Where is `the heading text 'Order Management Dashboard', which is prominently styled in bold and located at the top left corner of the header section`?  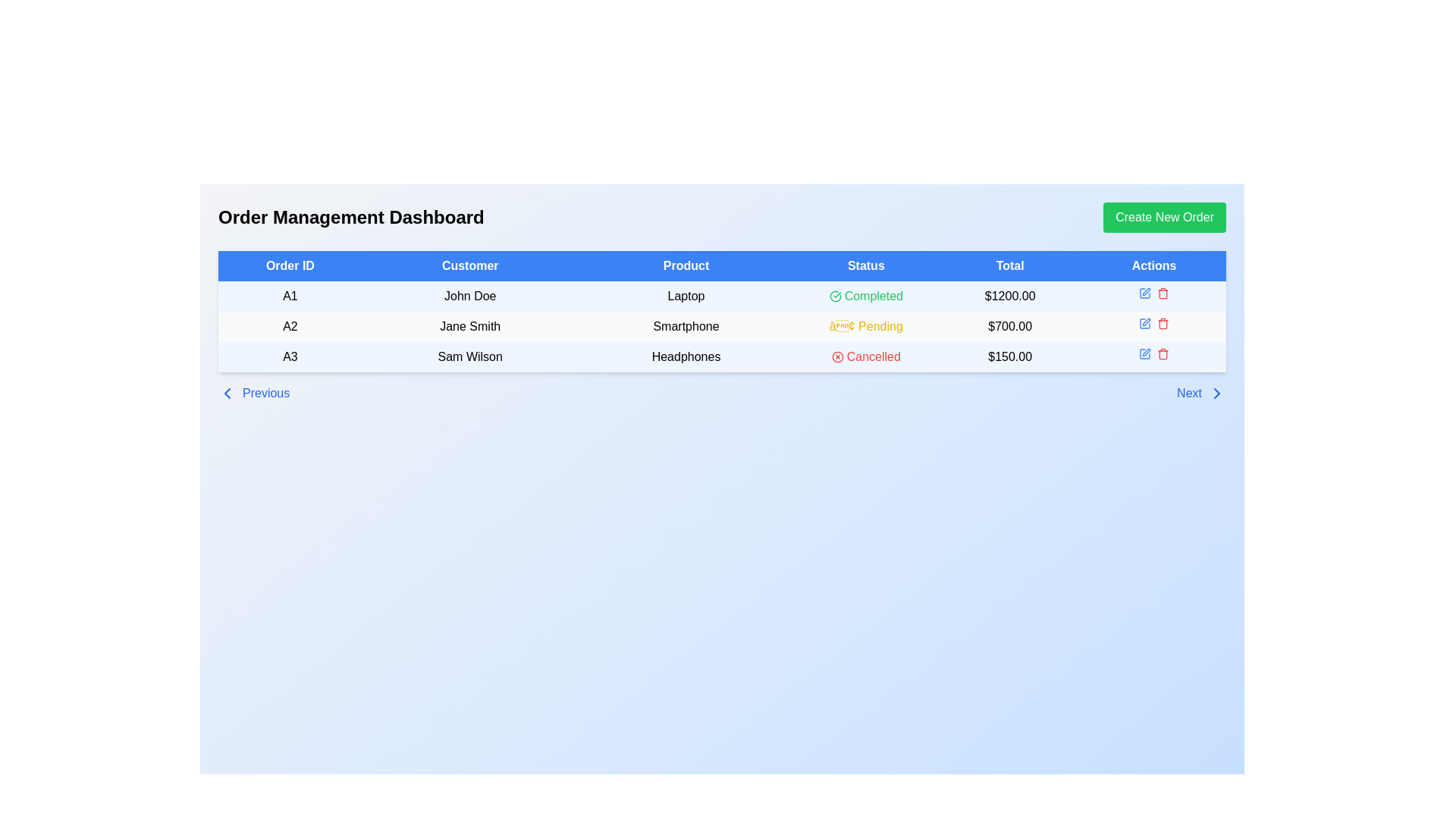
the heading text 'Order Management Dashboard', which is prominently styled in bold and located at the top left corner of the header section is located at coordinates (350, 217).